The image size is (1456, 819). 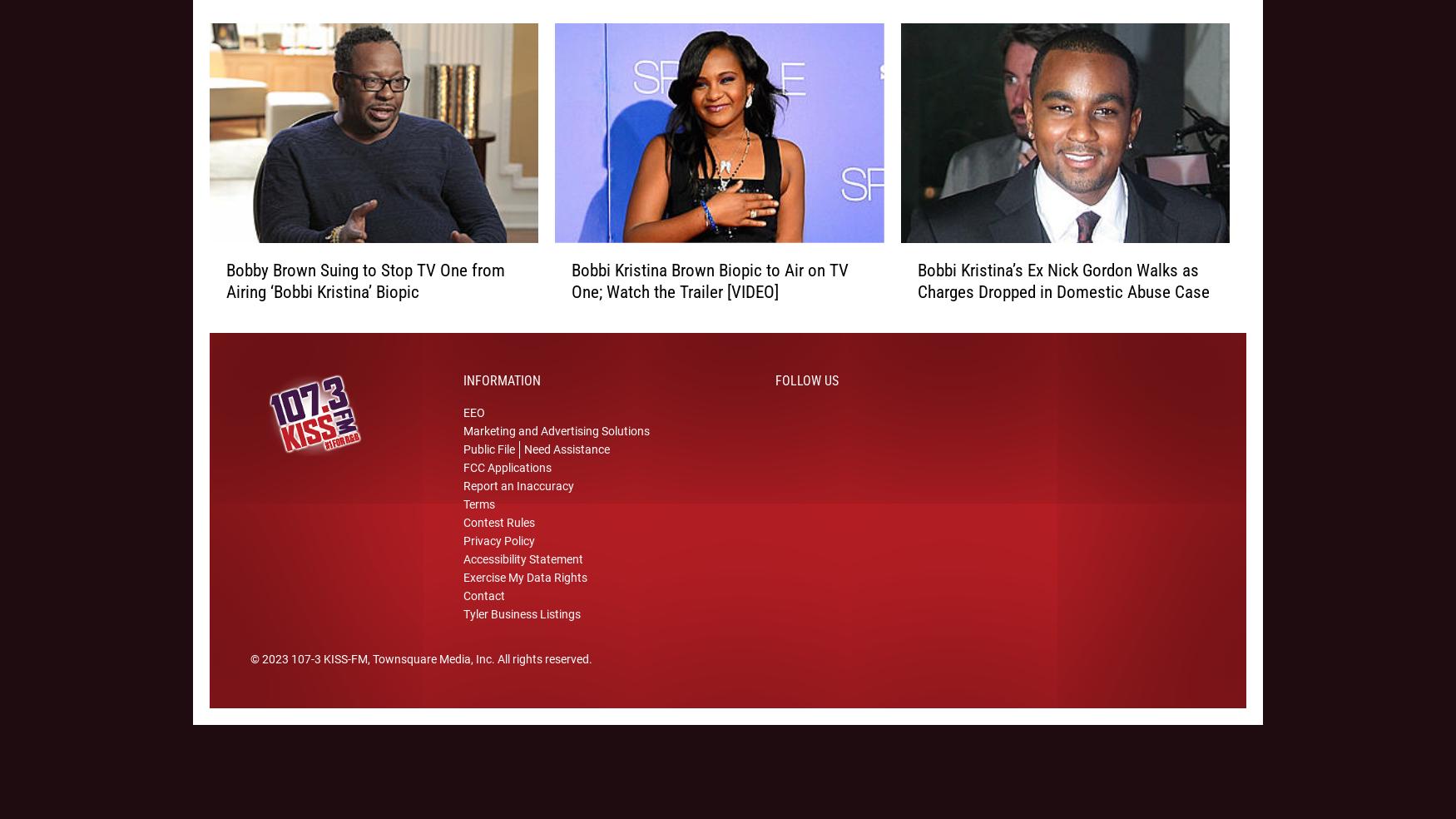 I want to click on ', Townsquare Media, Inc', so click(x=428, y=679).